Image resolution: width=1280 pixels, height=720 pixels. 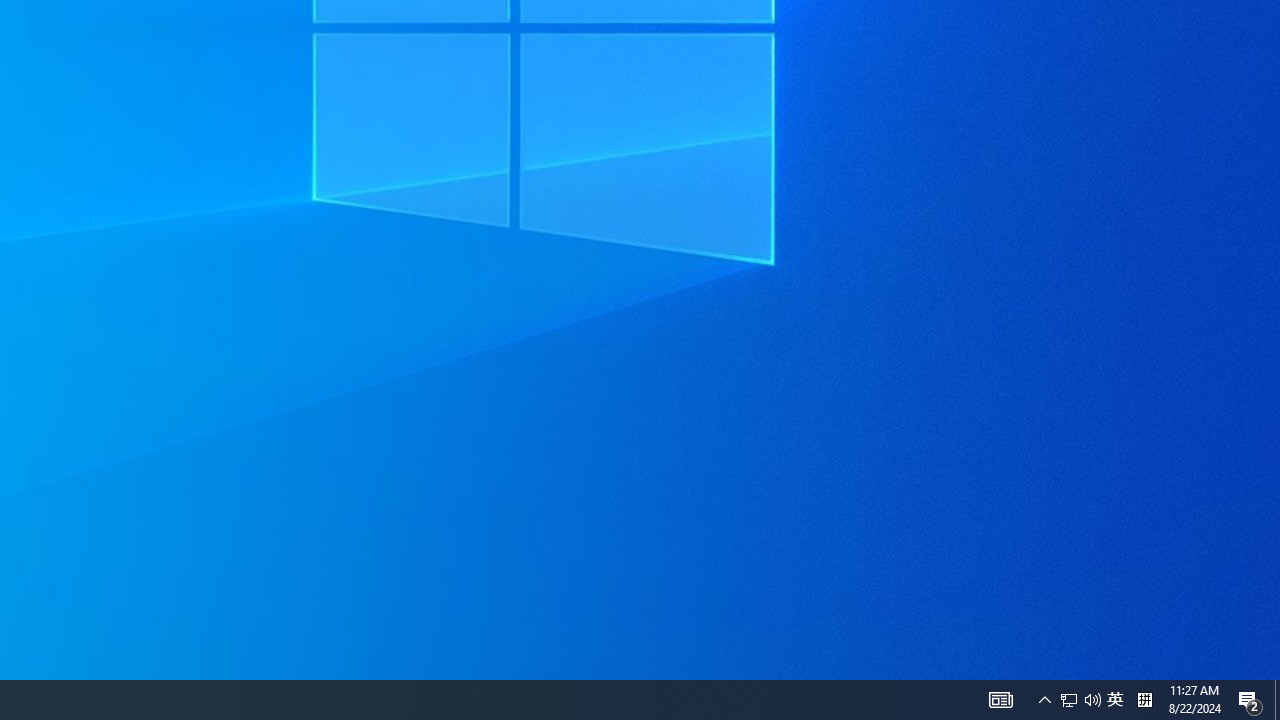 I want to click on 'Show desktop', so click(x=1276, y=698).